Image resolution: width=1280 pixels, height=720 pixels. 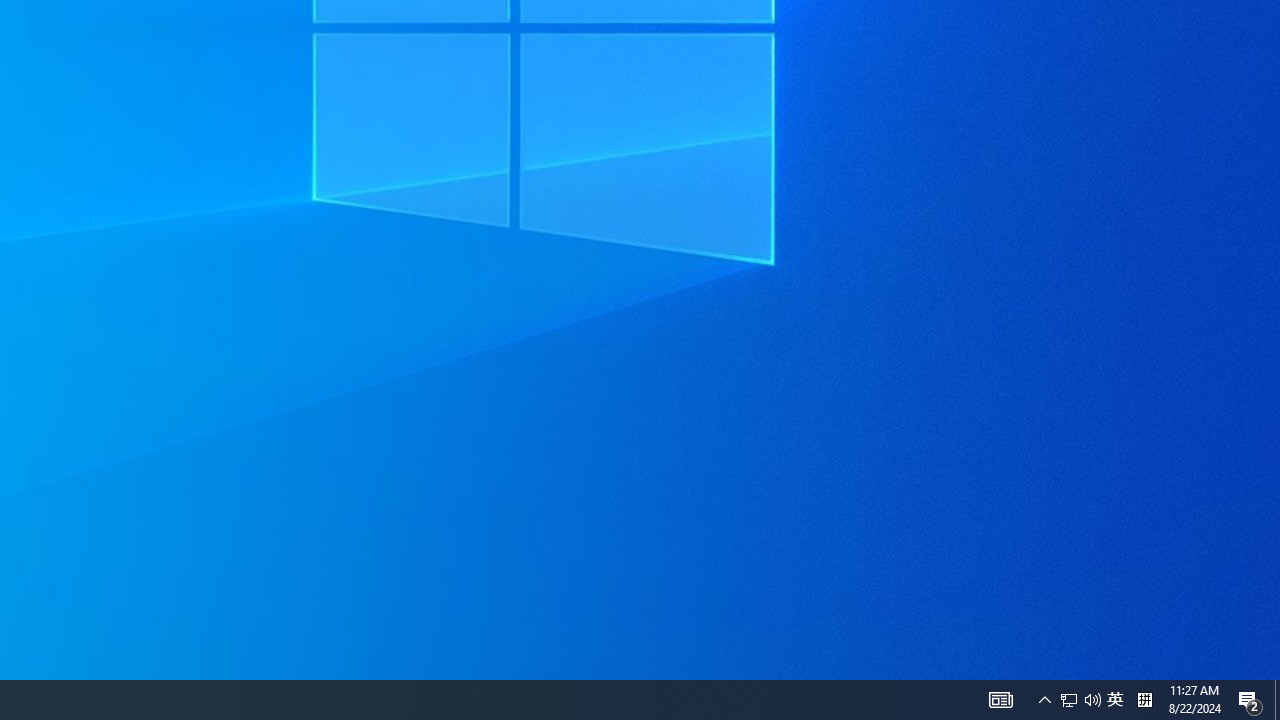 I want to click on 'Show desktop', so click(x=1276, y=698).